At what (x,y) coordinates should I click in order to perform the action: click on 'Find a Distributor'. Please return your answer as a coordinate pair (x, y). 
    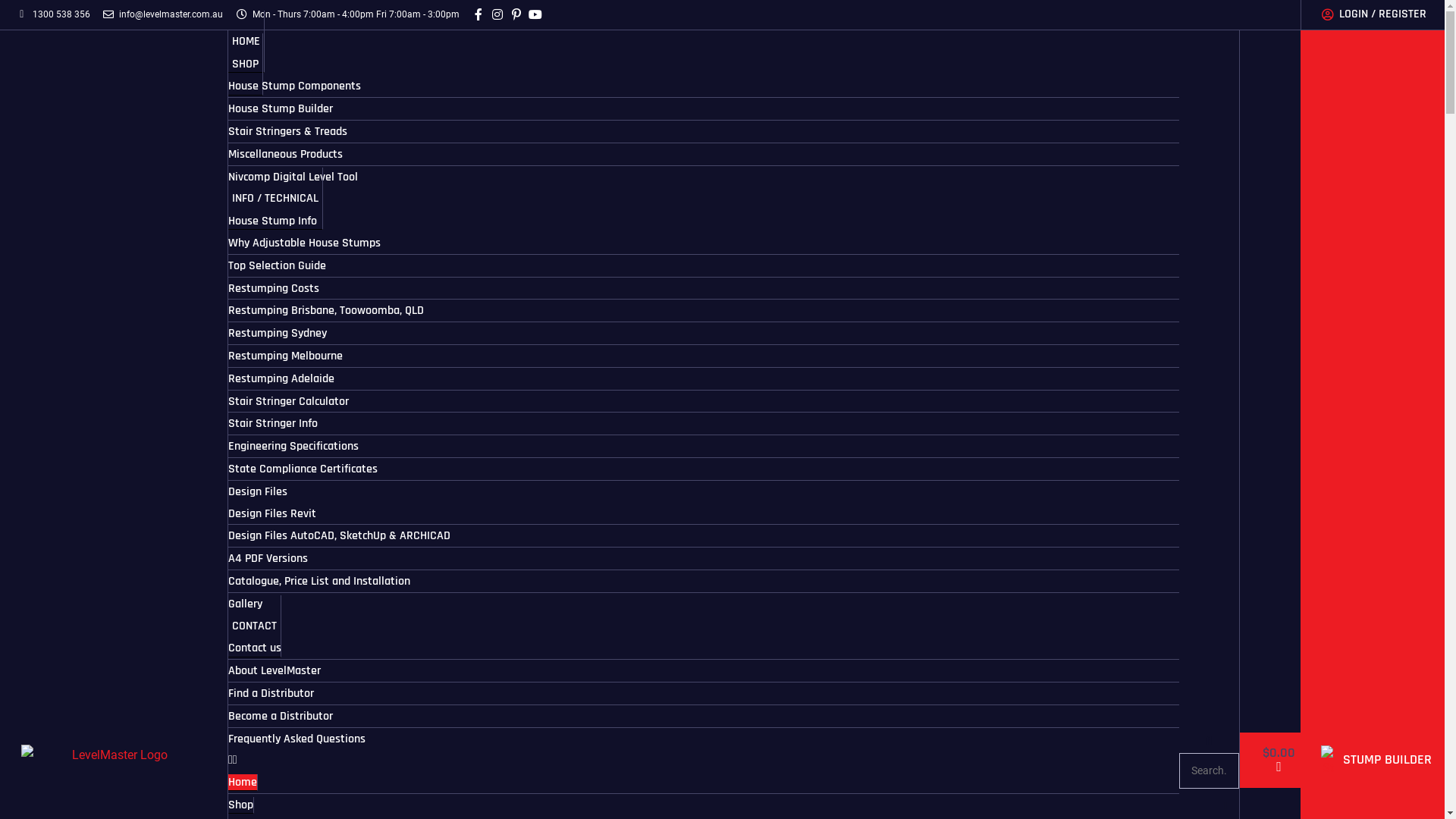
    Looking at the image, I should click on (271, 693).